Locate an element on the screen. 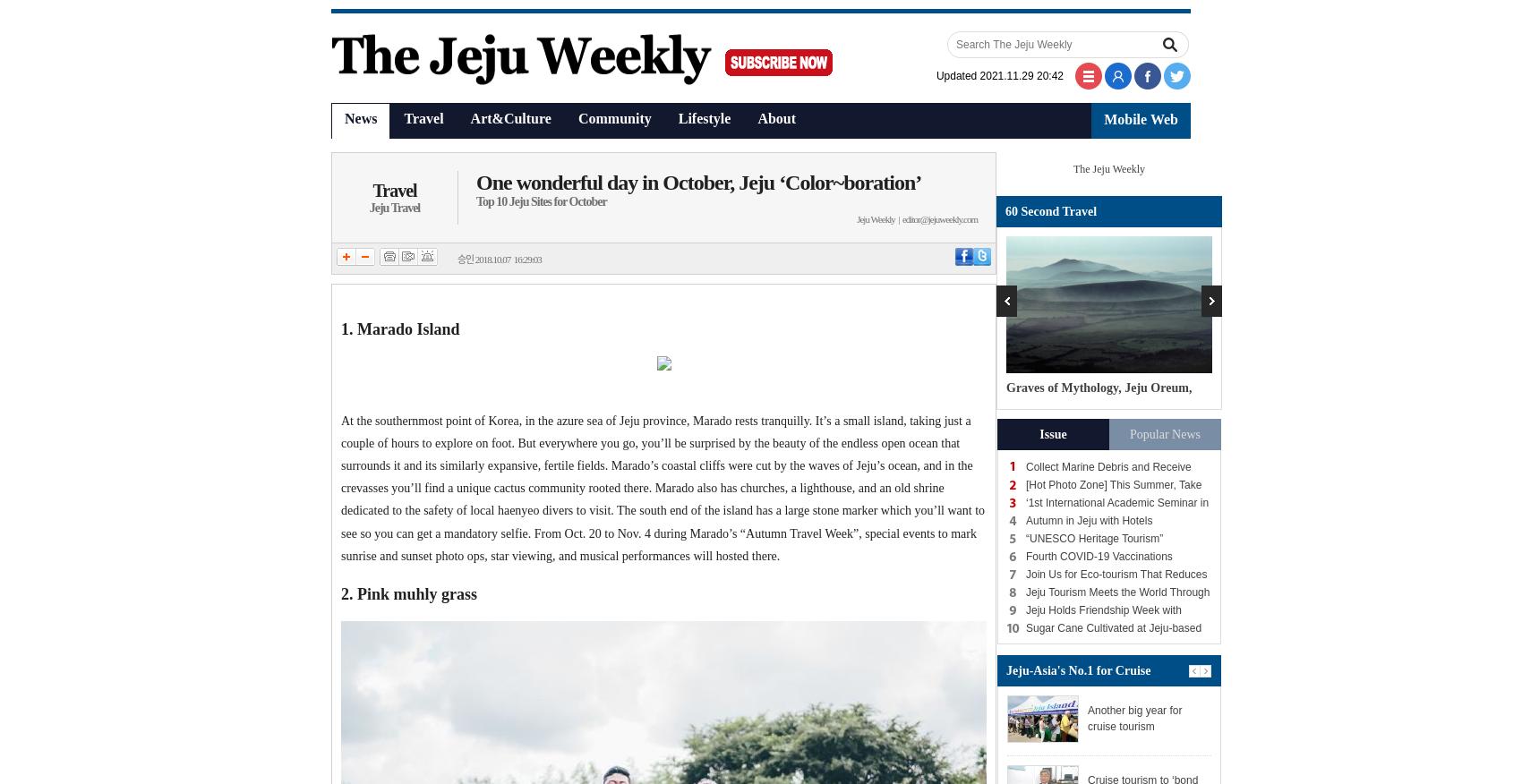  'Lifestyle' is located at coordinates (703, 117).